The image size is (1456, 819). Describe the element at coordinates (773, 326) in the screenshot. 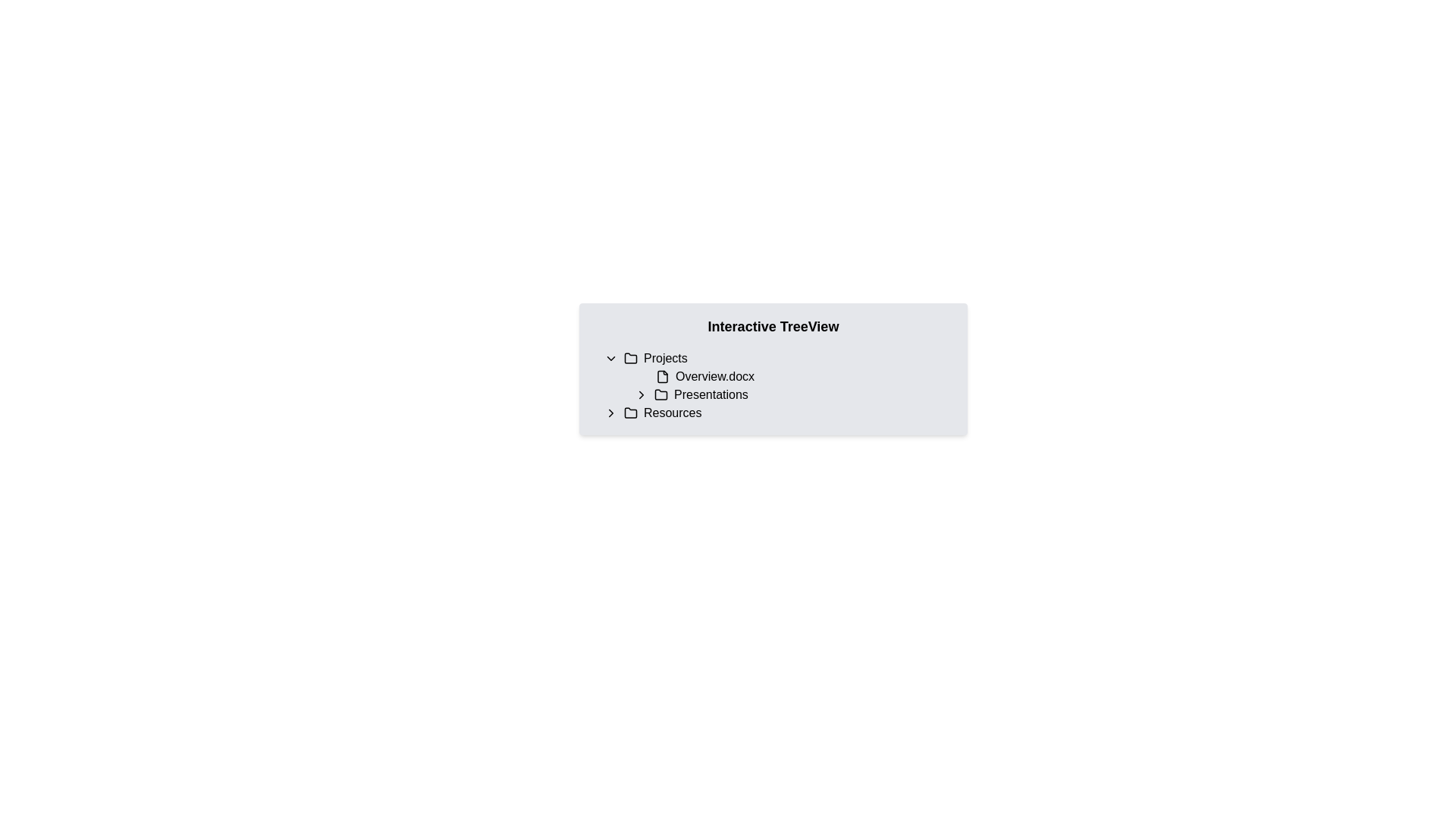

I see `the static text element that serves as a title or header for the tree view structure, positioned centrally above the listed items` at that location.